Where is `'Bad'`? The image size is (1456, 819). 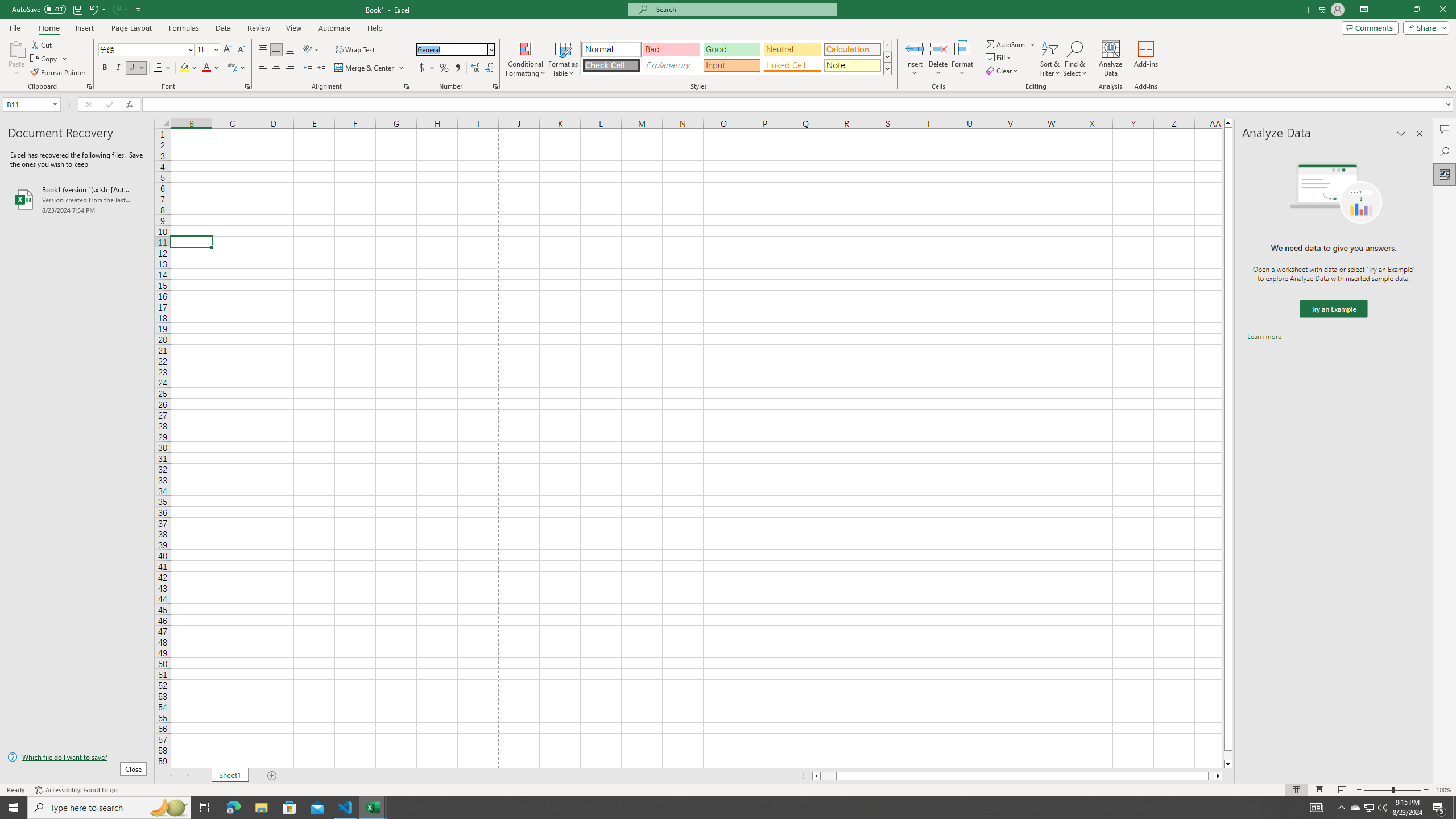
'Bad' is located at coordinates (672, 49).